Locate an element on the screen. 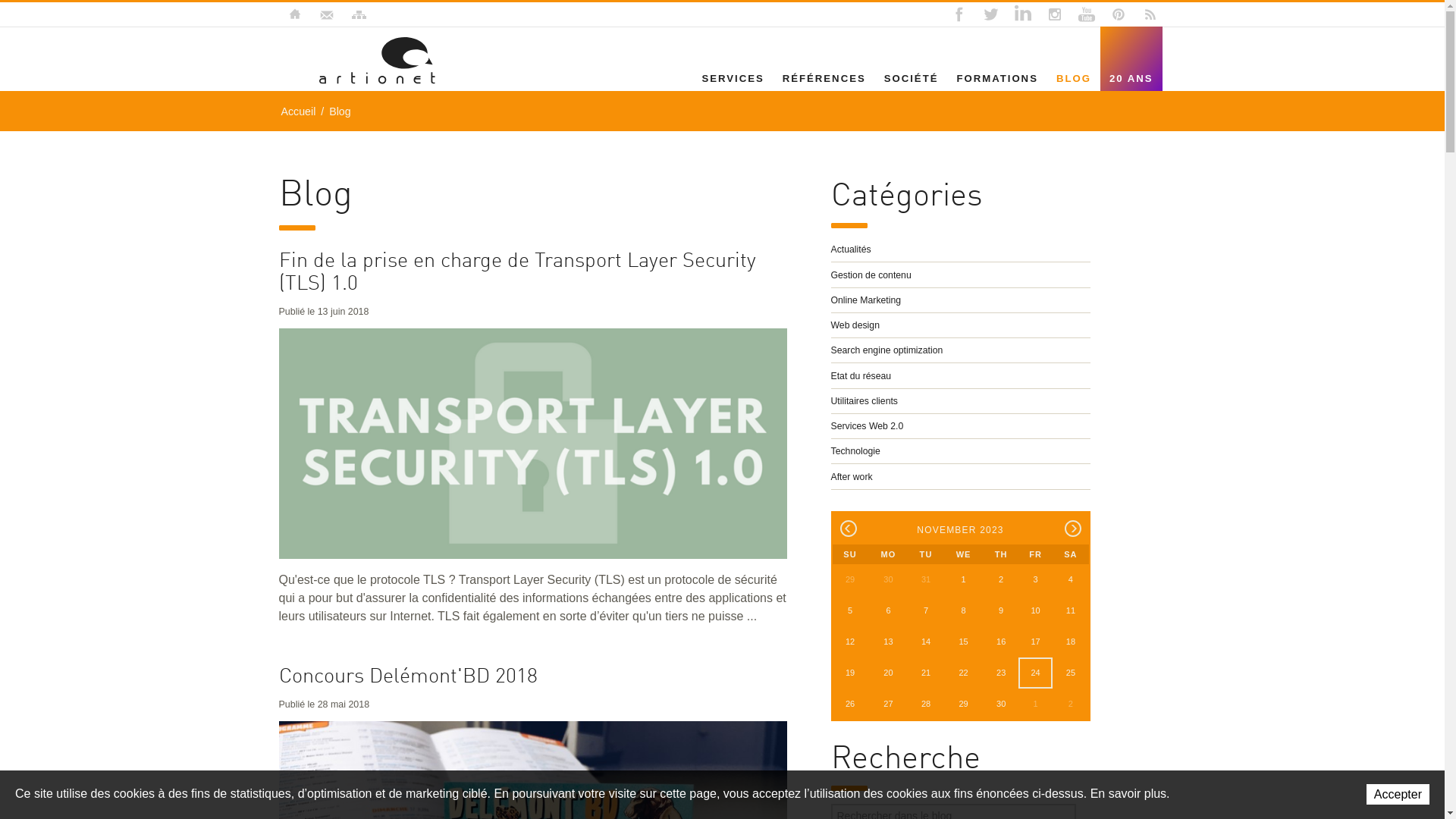 The width and height of the screenshot is (1456, 819). 'Twitter' is located at coordinates (990, 14).